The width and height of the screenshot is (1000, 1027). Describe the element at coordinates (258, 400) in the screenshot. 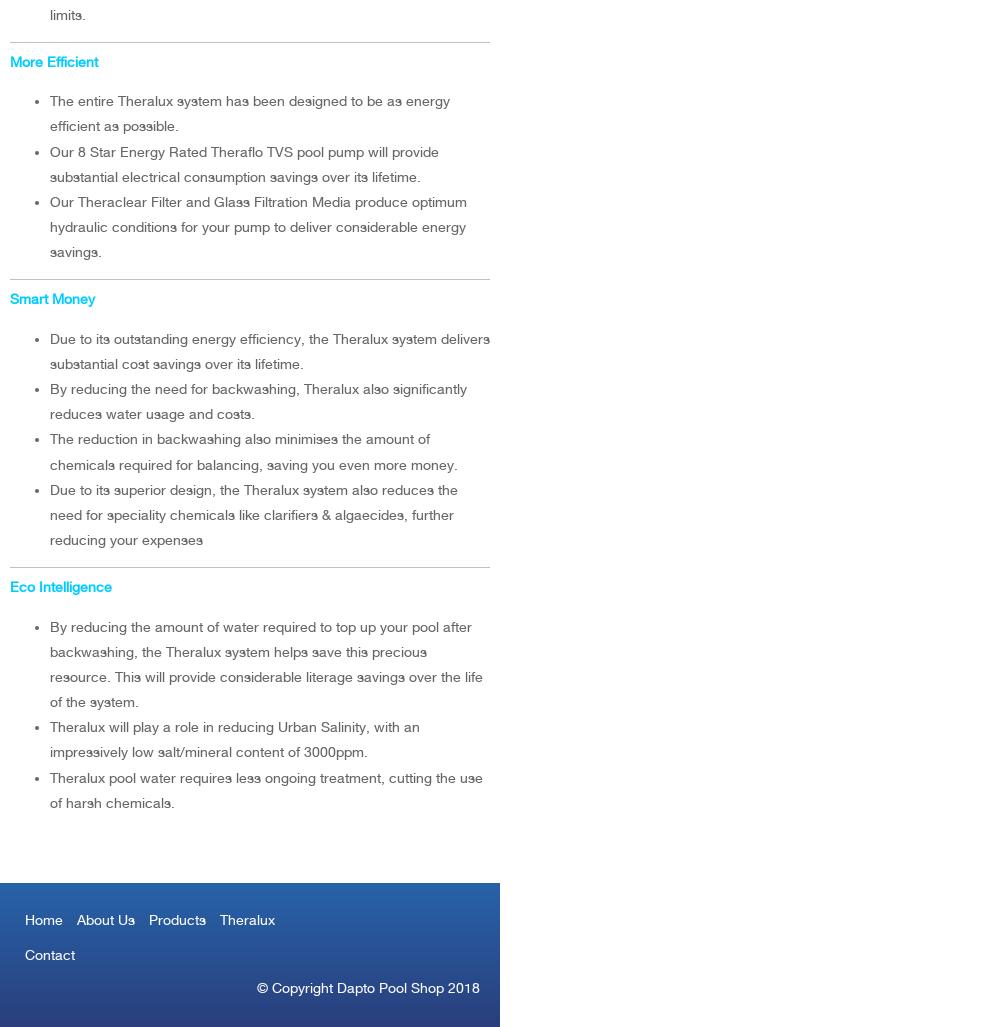

I see `'By reducing the need for backwashing, Theralux also significantly reduces water usage and costs.'` at that location.